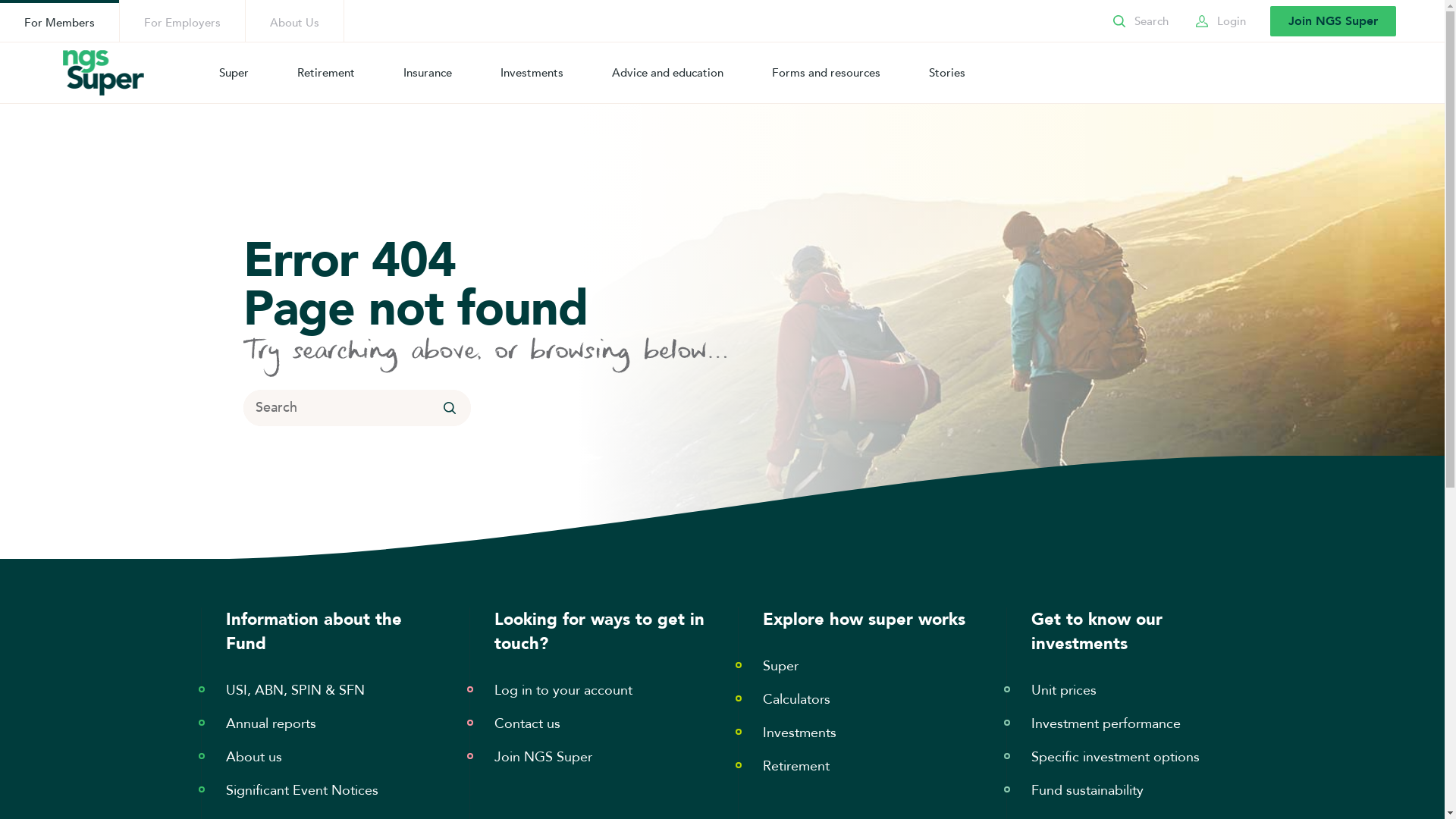 The image size is (1456, 819). Describe the element at coordinates (224, 690) in the screenshot. I see `'USI, ABN, SPIN & SFN'` at that location.